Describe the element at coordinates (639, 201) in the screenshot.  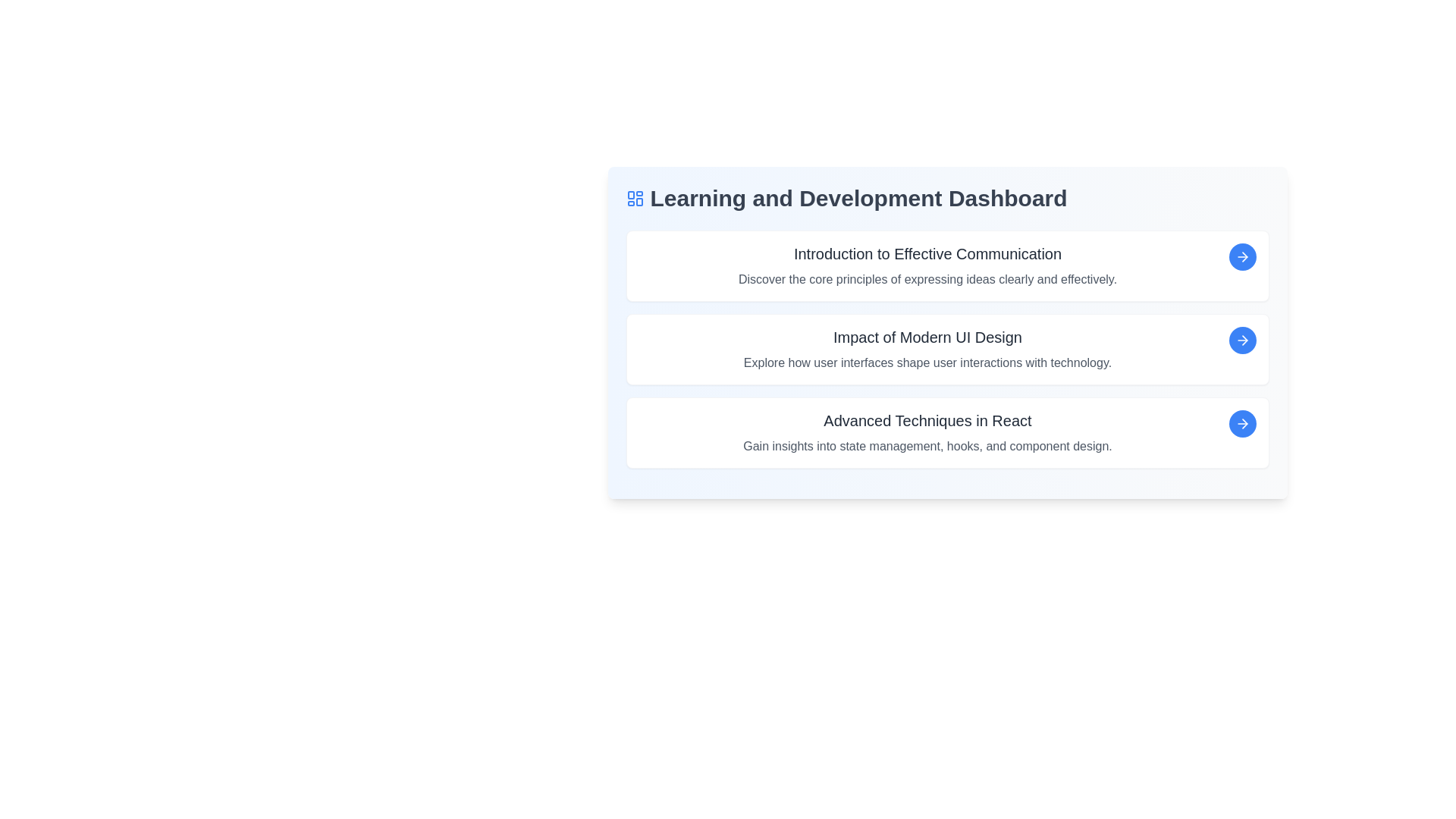
I see `the third rectangle in the SVG group representing the dashboard icon, located in the bottom-right quadrant` at that location.